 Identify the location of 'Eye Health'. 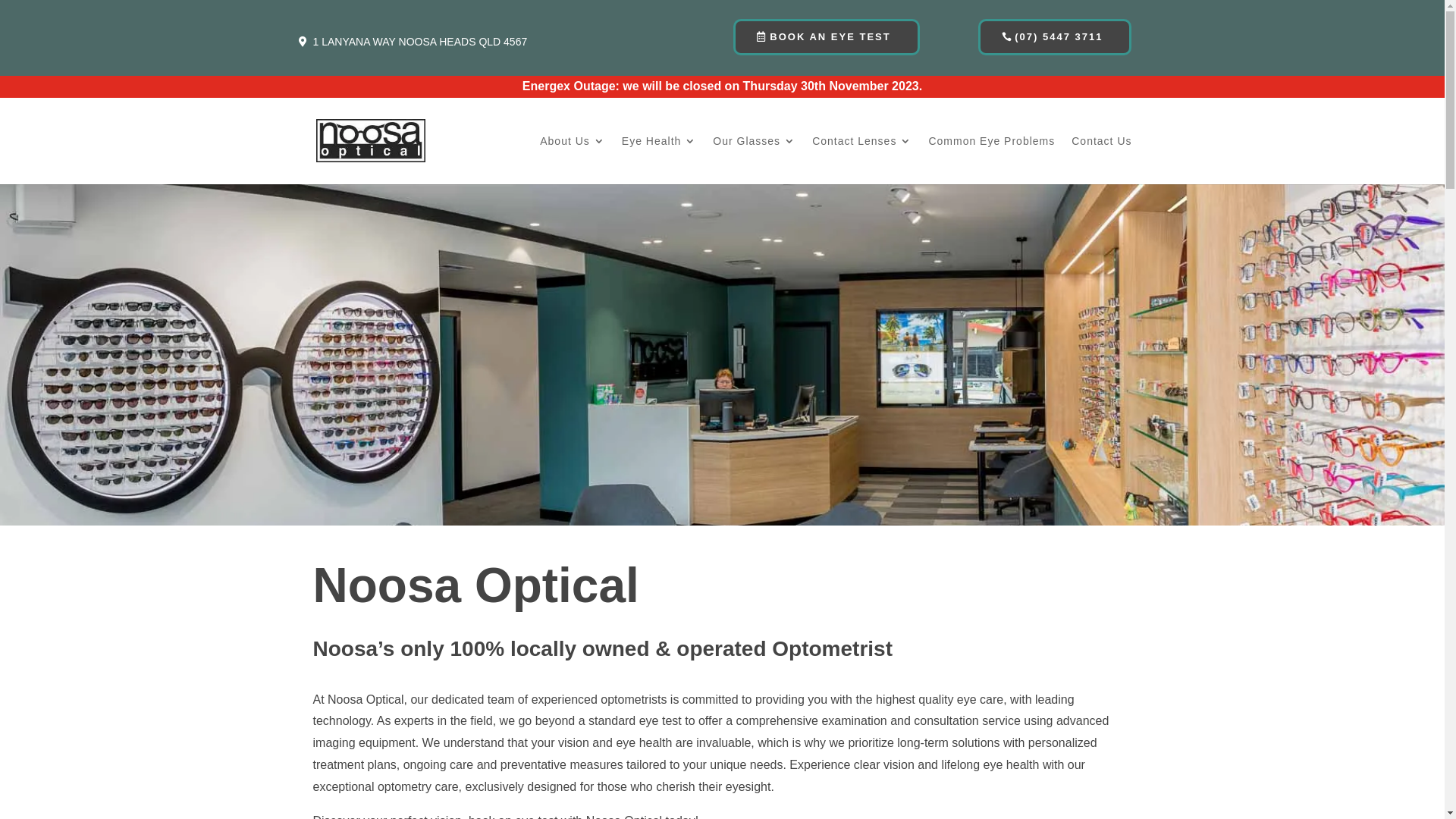
(622, 160).